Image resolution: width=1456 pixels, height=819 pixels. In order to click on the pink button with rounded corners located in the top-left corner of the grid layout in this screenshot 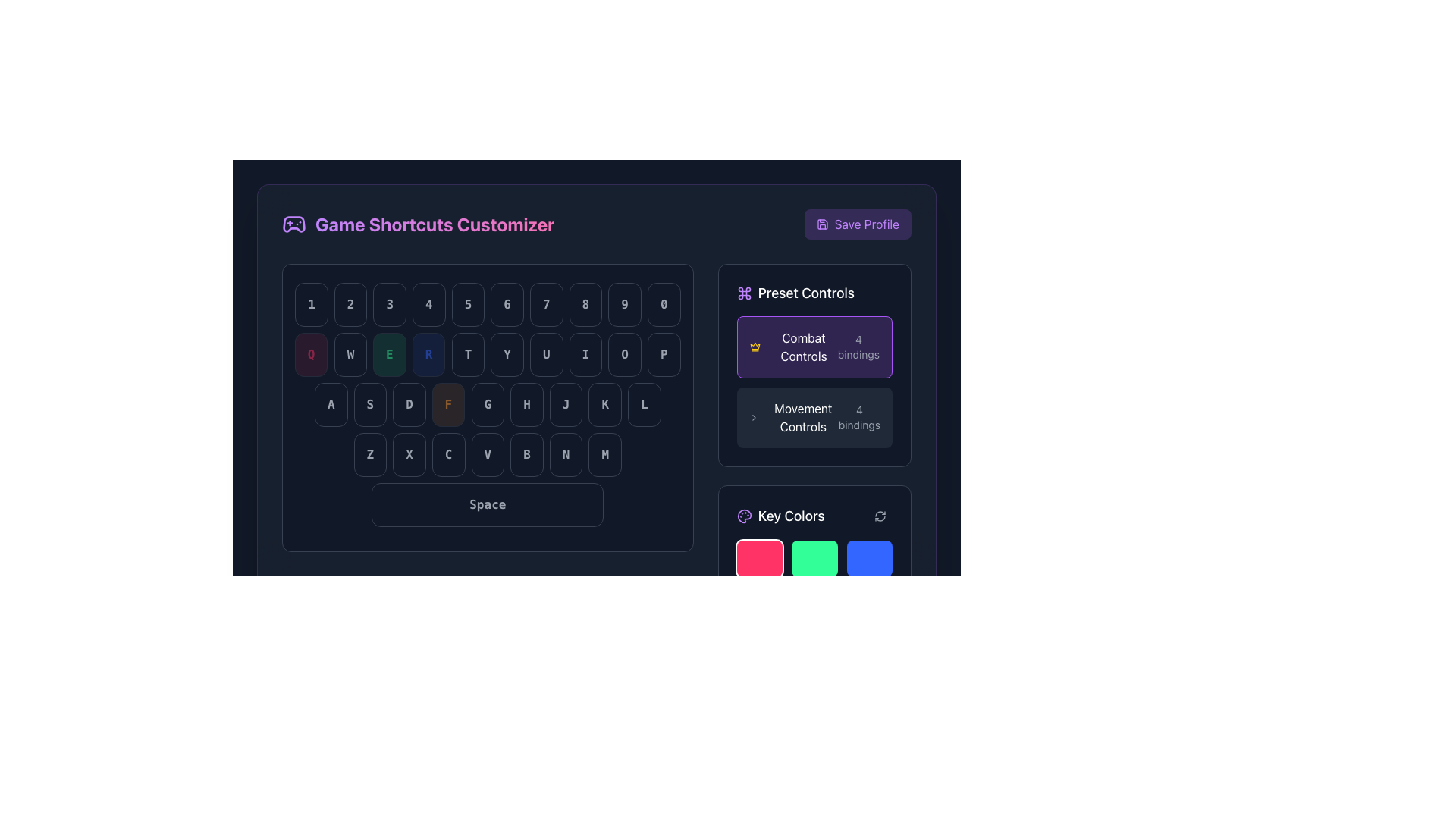, I will do `click(759, 558)`.